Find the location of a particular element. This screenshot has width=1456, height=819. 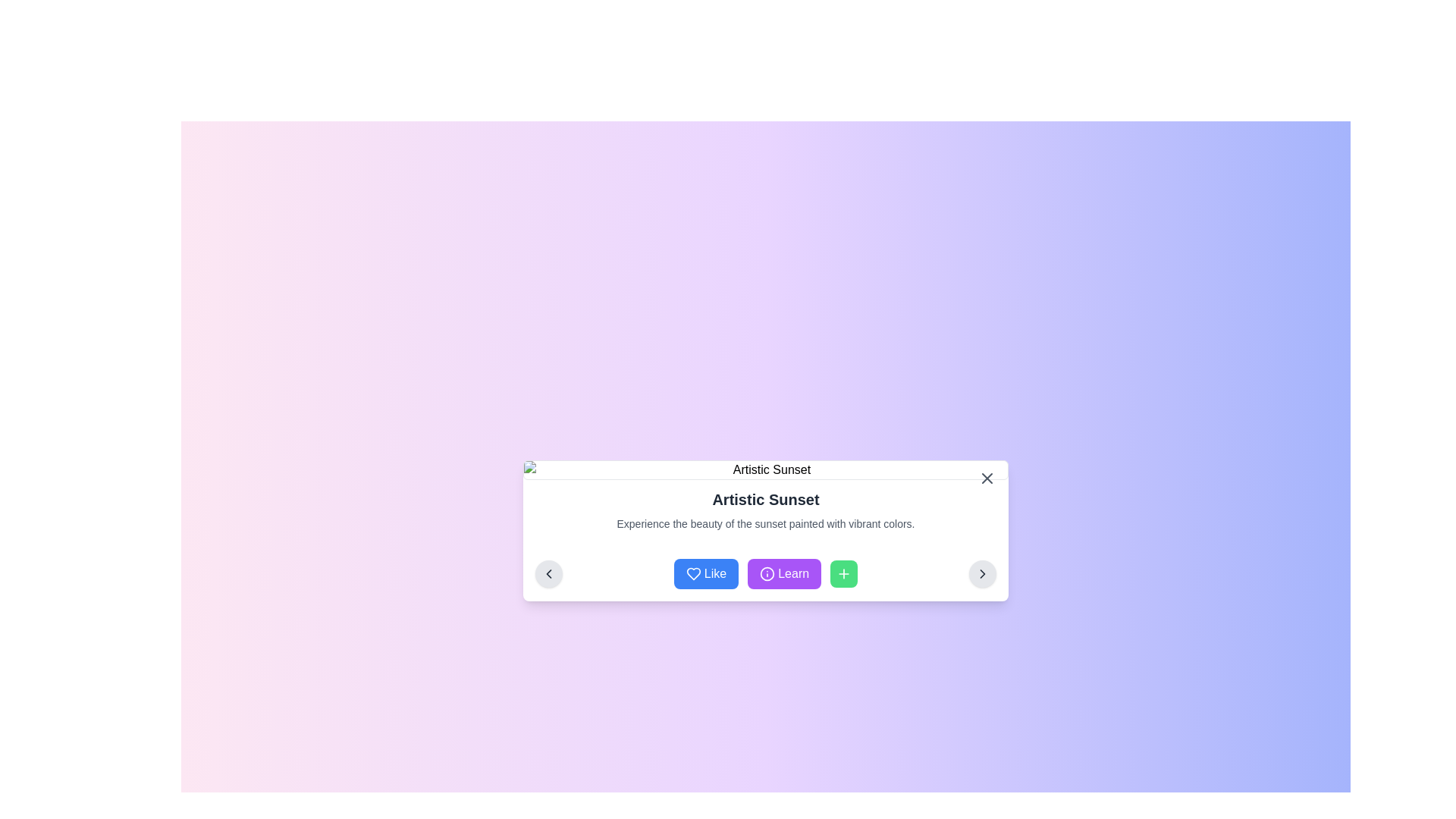

the circular button with a light gray background and a right-pointing chevron icon to proceed is located at coordinates (983, 573).